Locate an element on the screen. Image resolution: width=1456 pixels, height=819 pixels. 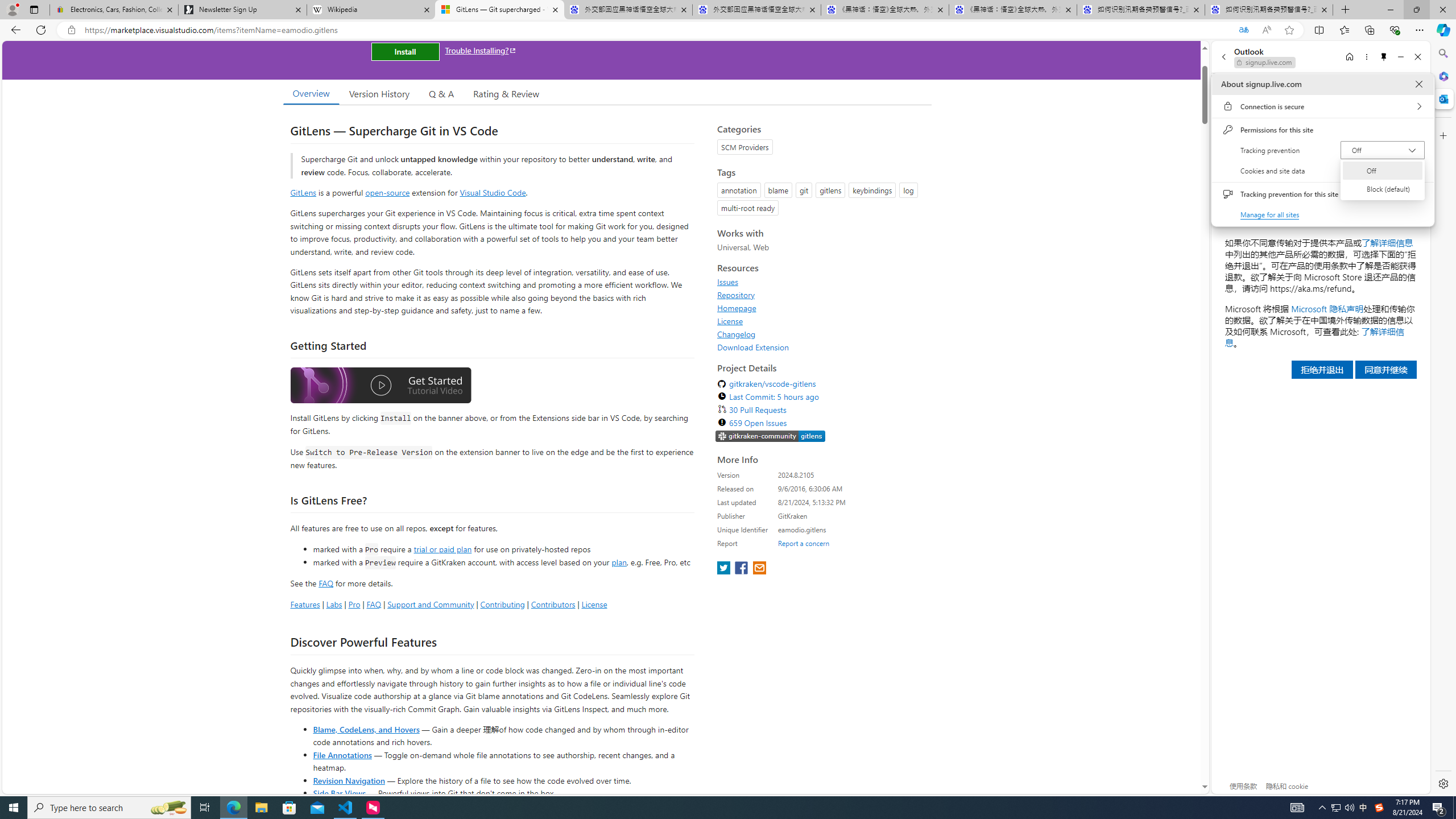
'Tracking prevention Off' is located at coordinates (1383, 150).